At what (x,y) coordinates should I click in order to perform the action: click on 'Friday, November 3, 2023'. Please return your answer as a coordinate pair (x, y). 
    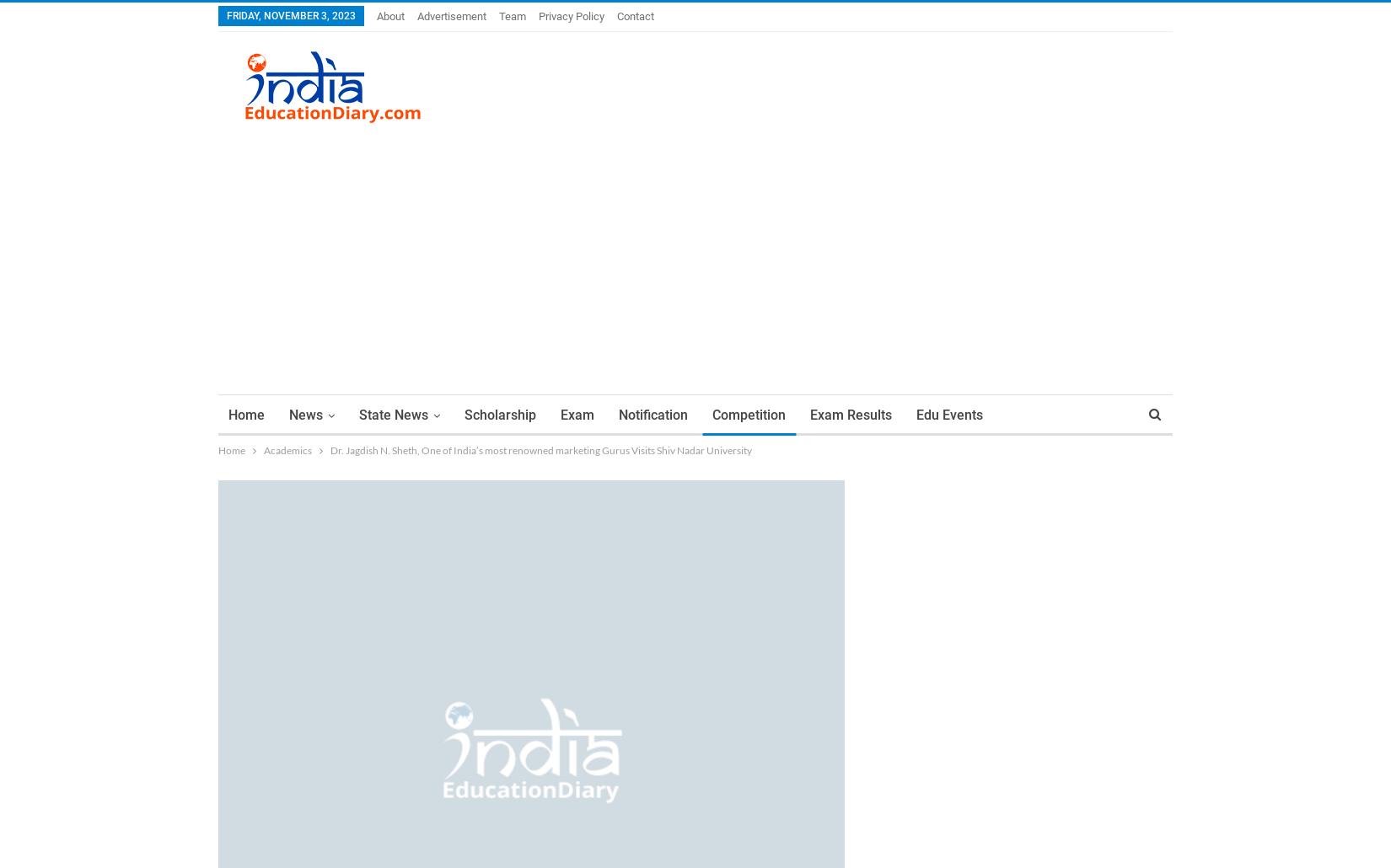
    Looking at the image, I should click on (291, 15).